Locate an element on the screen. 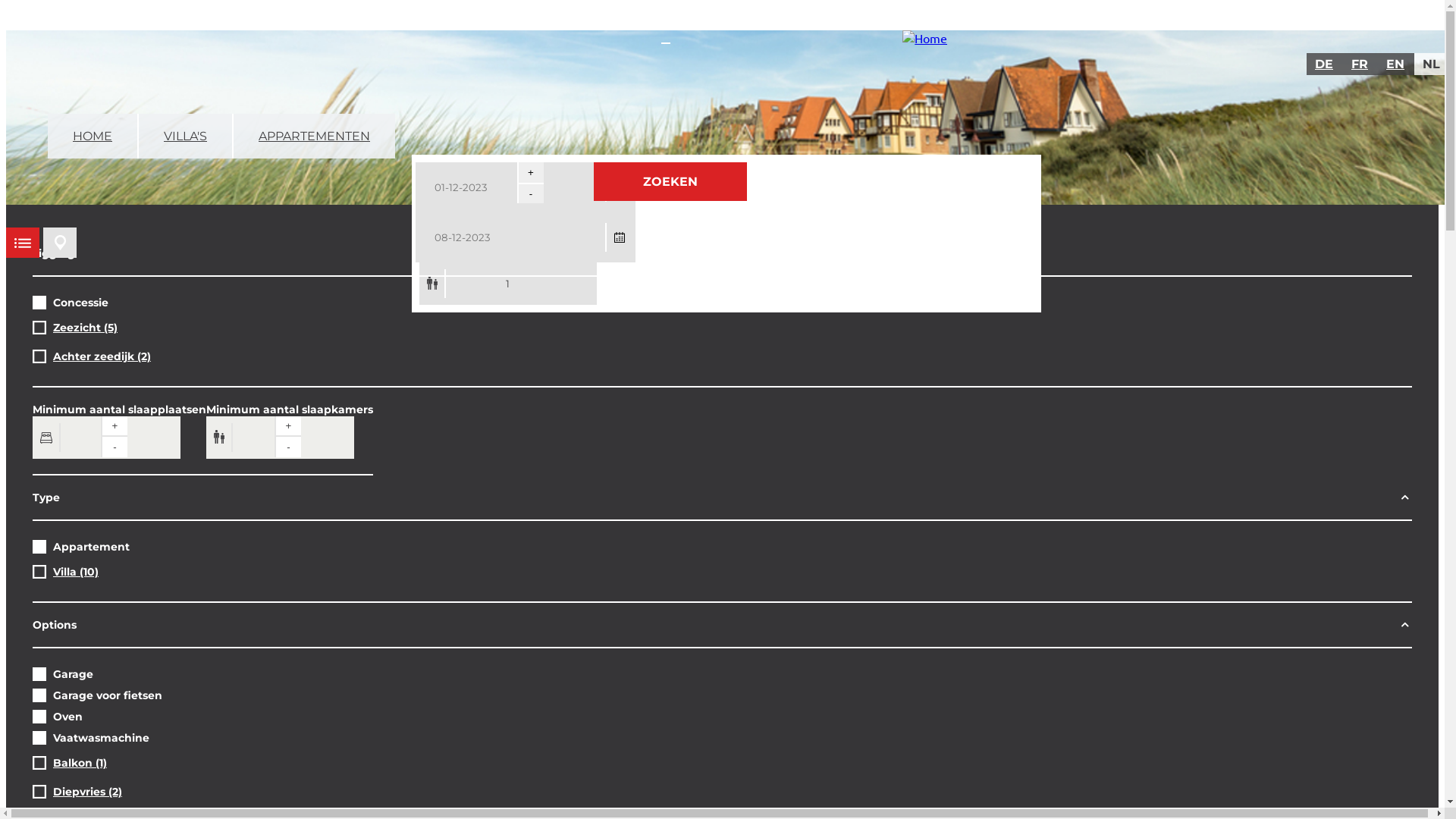 This screenshot has width=1456, height=819. 'VILLA'S' is located at coordinates (138, 135).